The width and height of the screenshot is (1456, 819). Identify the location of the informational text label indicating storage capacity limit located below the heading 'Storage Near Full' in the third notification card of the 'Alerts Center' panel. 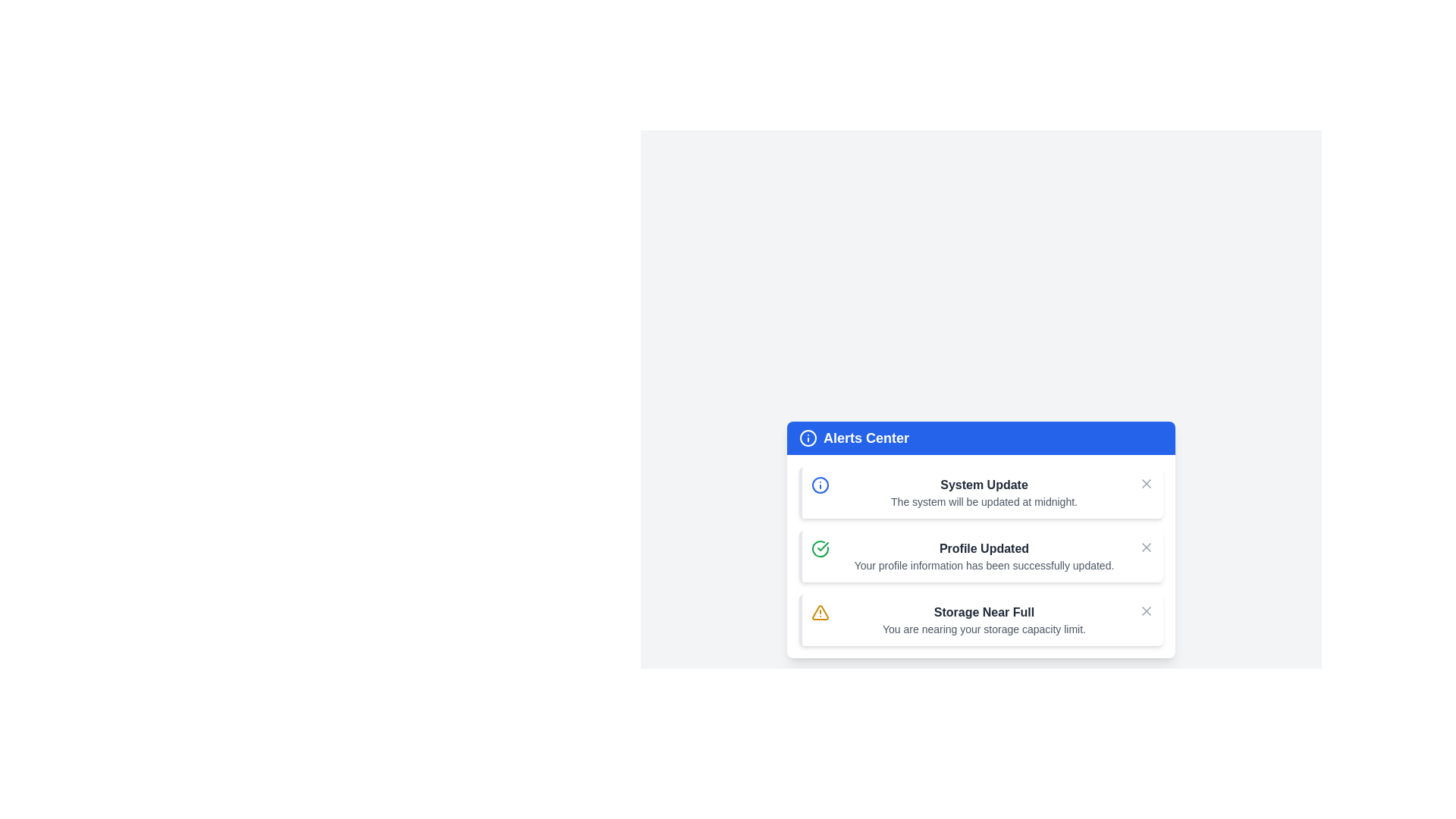
(984, 629).